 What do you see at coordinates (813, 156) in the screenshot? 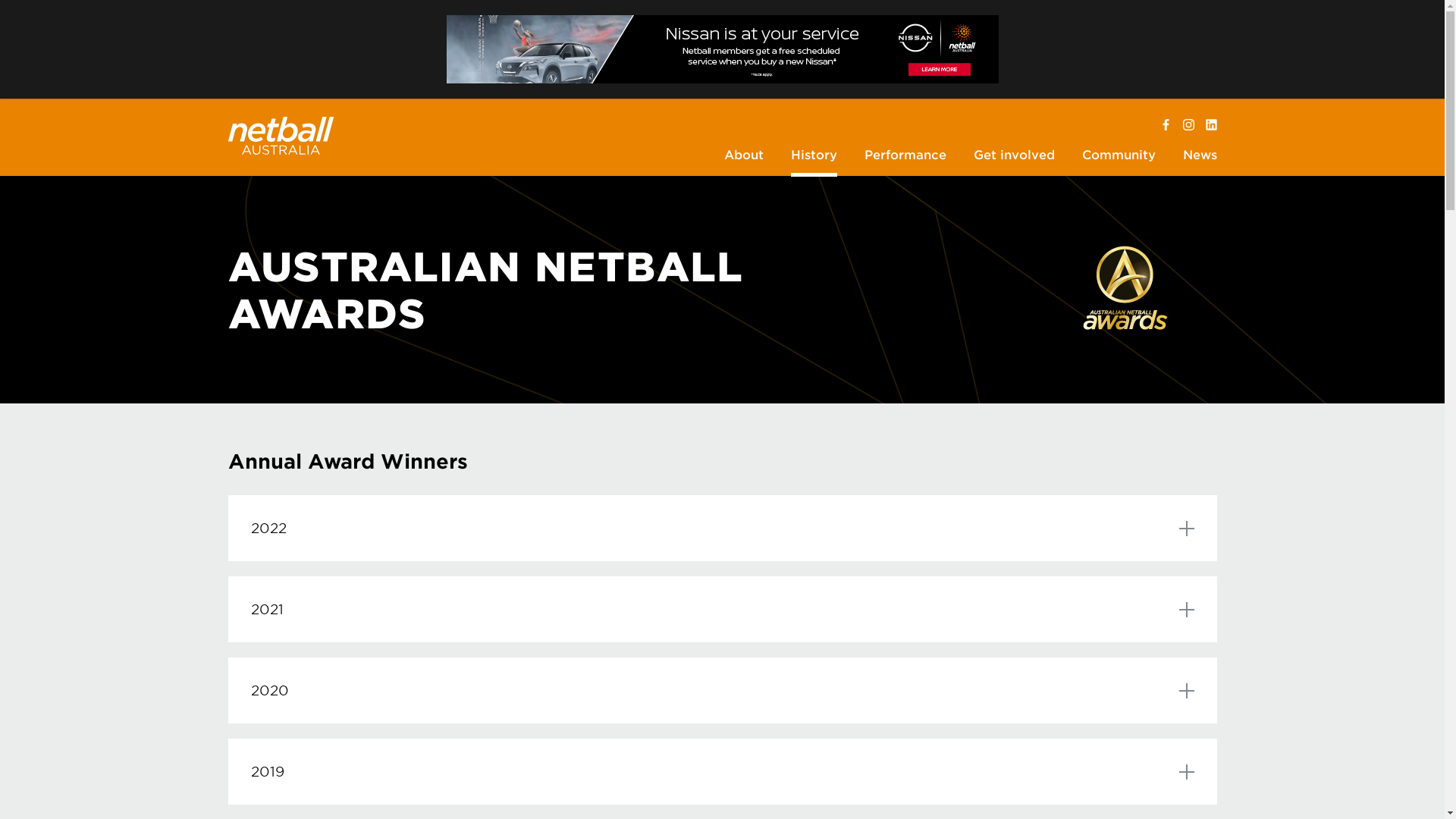
I see `'History'` at bounding box center [813, 156].